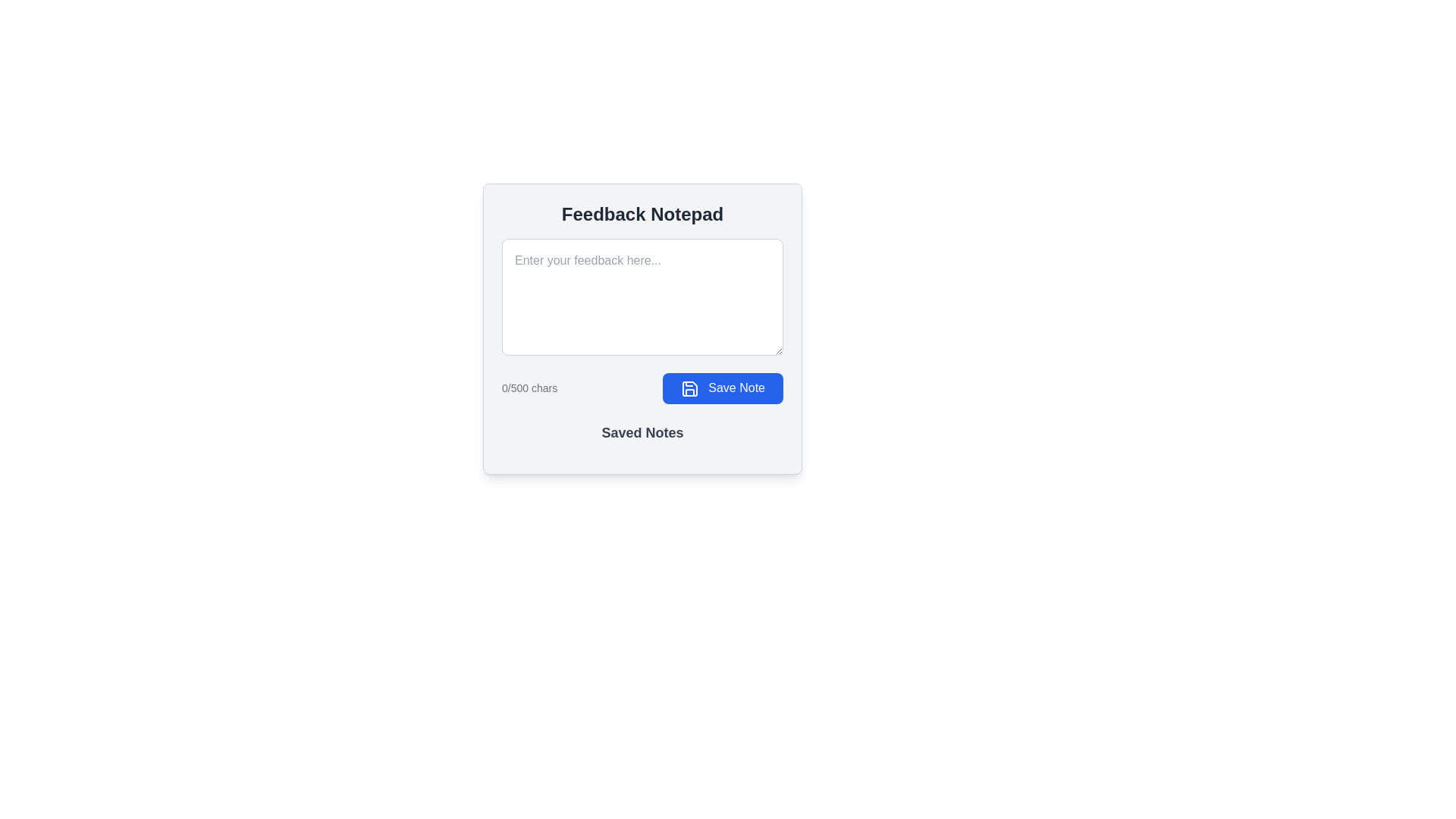 Image resolution: width=1456 pixels, height=819 pixels. I want to click on the 'Feedback Notepad' heading, which displays in bold and large font at the top of the feedback submission form, so click(642, 214).